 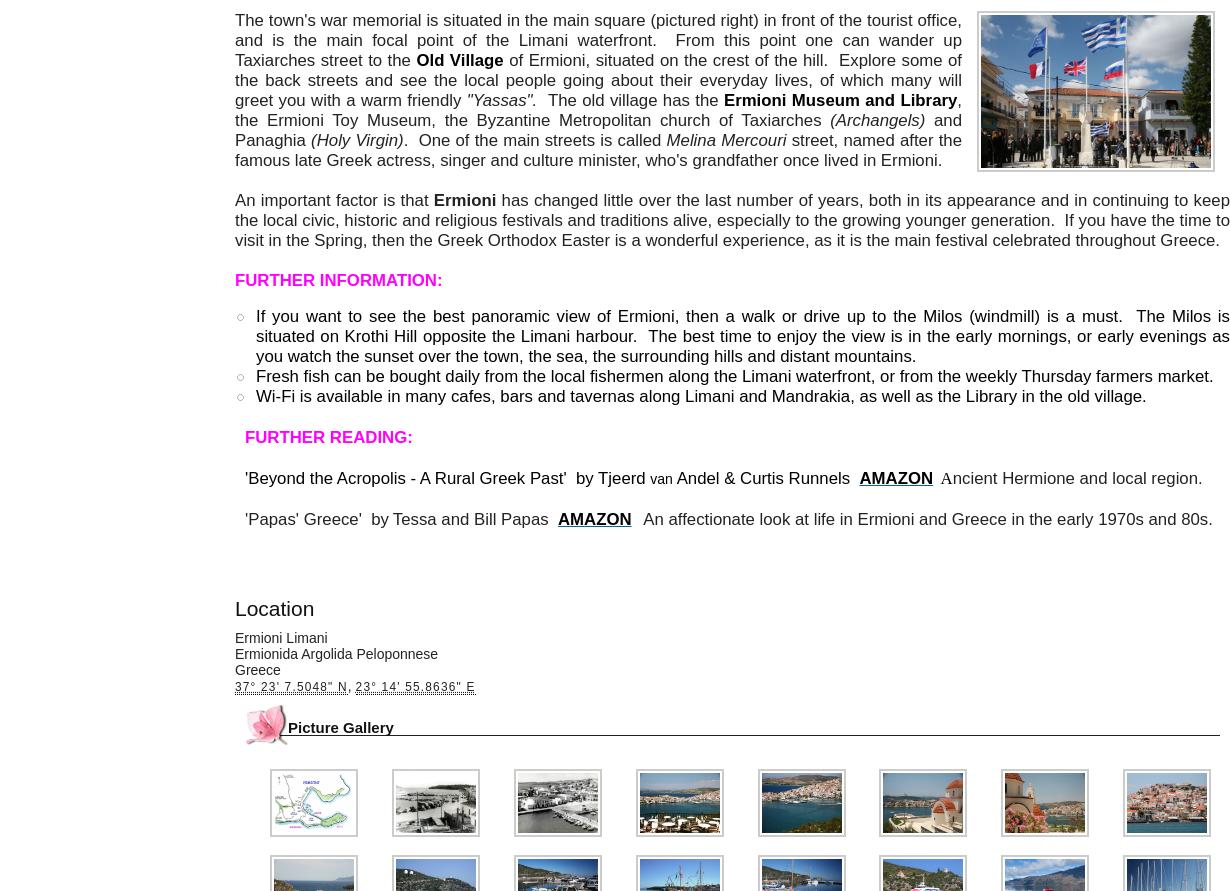 I want to click on 'Picture Gallery', so click(x=339, y=727).